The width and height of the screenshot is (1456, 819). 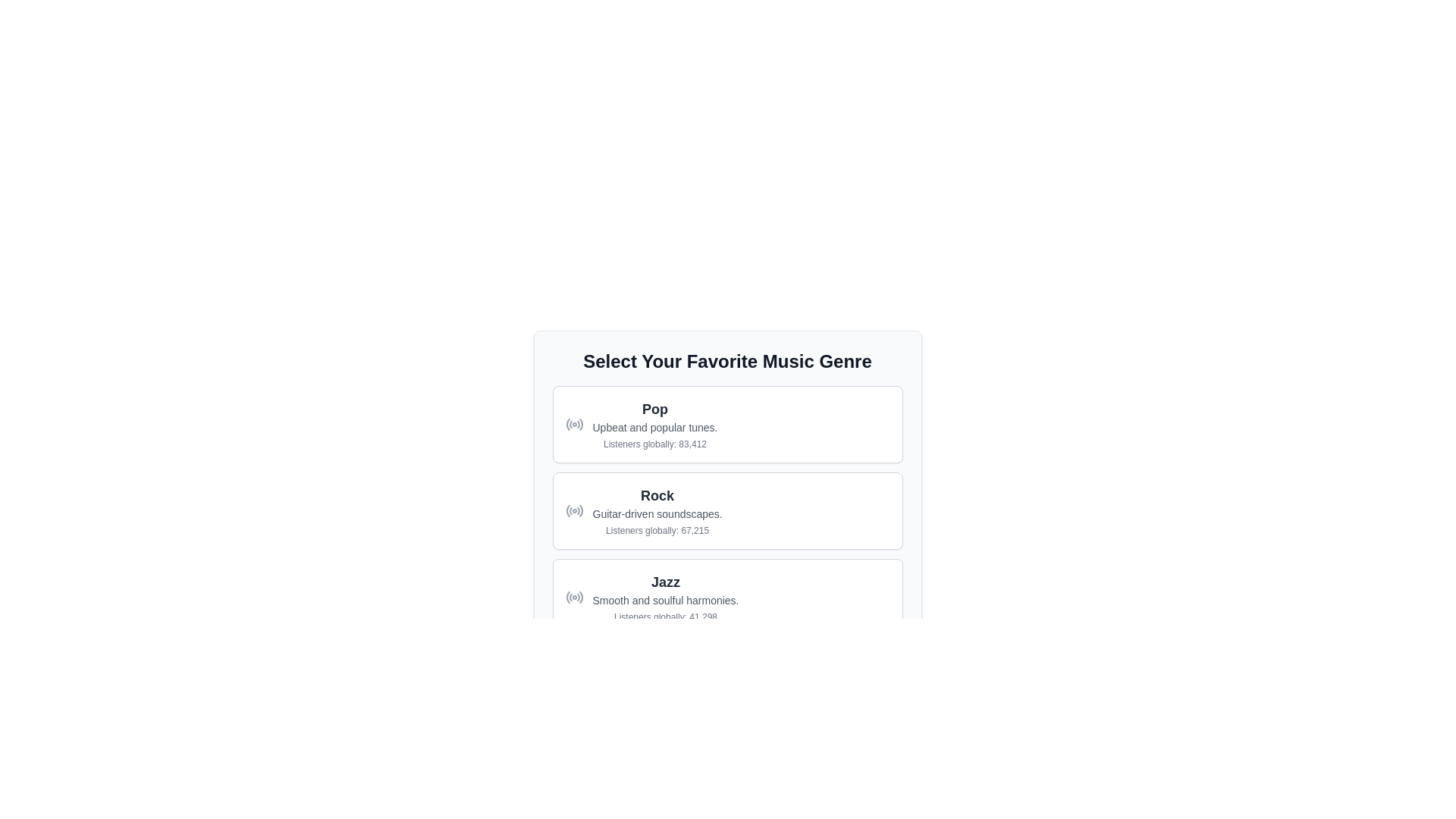 I want to click on the text label that displays 'Upbeat and popular tunes.', which is positioned below the 'Pop' title and above the 'Listeners globally: 83,412' label, so click(x=655, y=427).